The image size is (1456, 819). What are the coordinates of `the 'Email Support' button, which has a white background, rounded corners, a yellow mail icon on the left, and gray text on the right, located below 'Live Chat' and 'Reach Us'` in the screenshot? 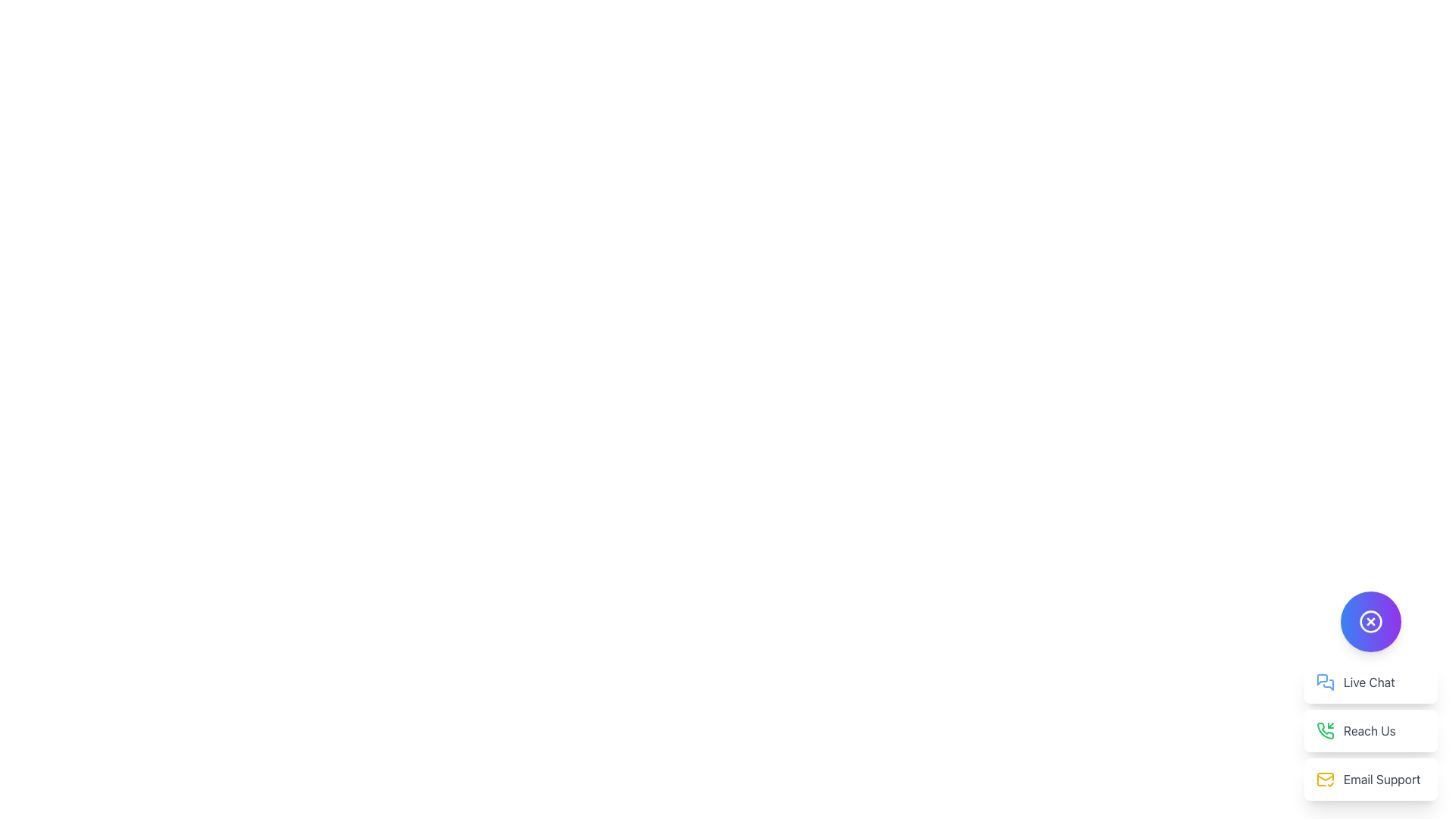 It's located at (1371, 780).